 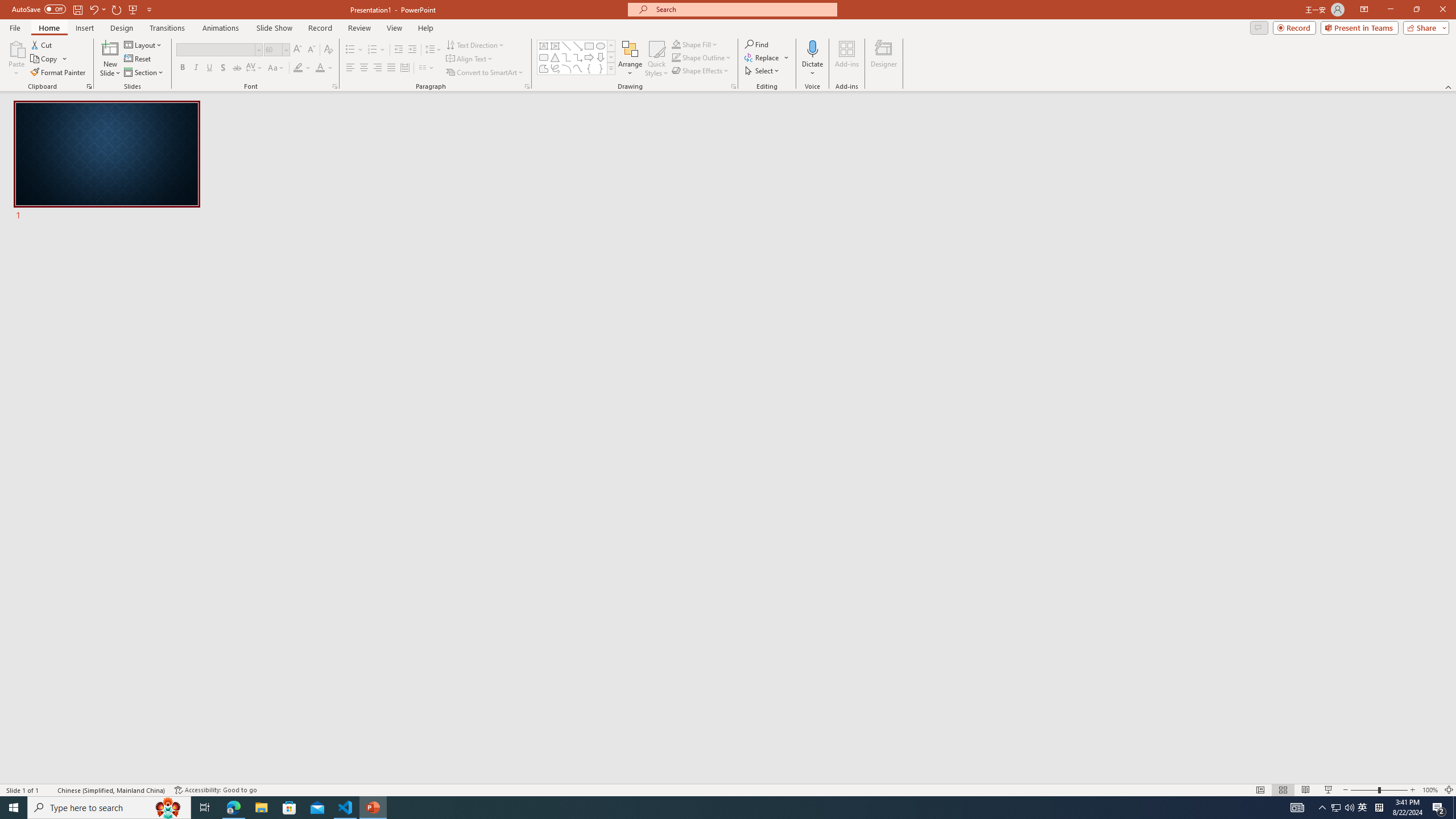 What do you see at coordinates (543, 56) in the screenshot?
I see `'Rectangle: Rounded Corners'` at bounding box center [543, 56].